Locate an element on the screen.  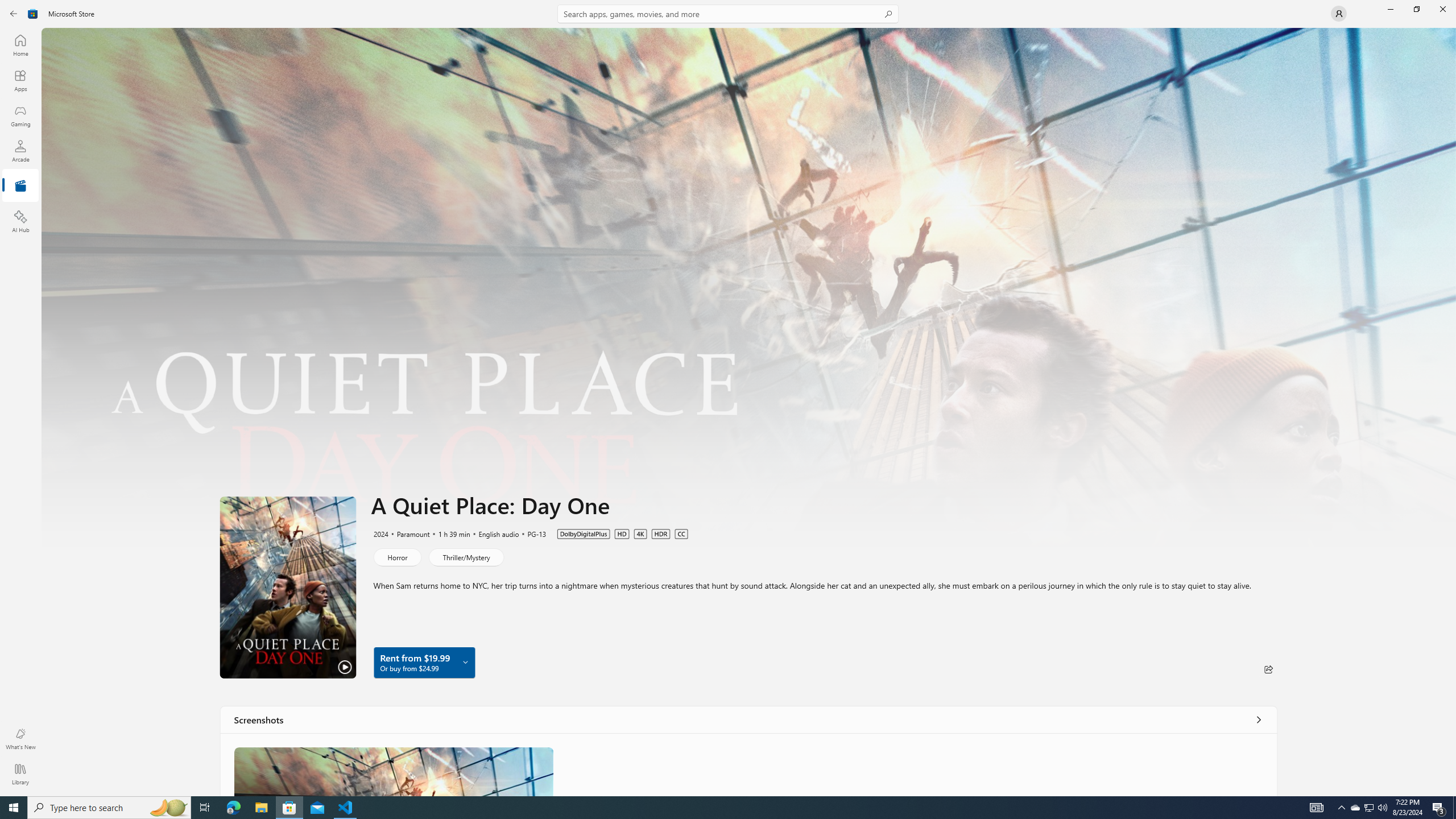
'Apps' is located at coordinates (19, 80).